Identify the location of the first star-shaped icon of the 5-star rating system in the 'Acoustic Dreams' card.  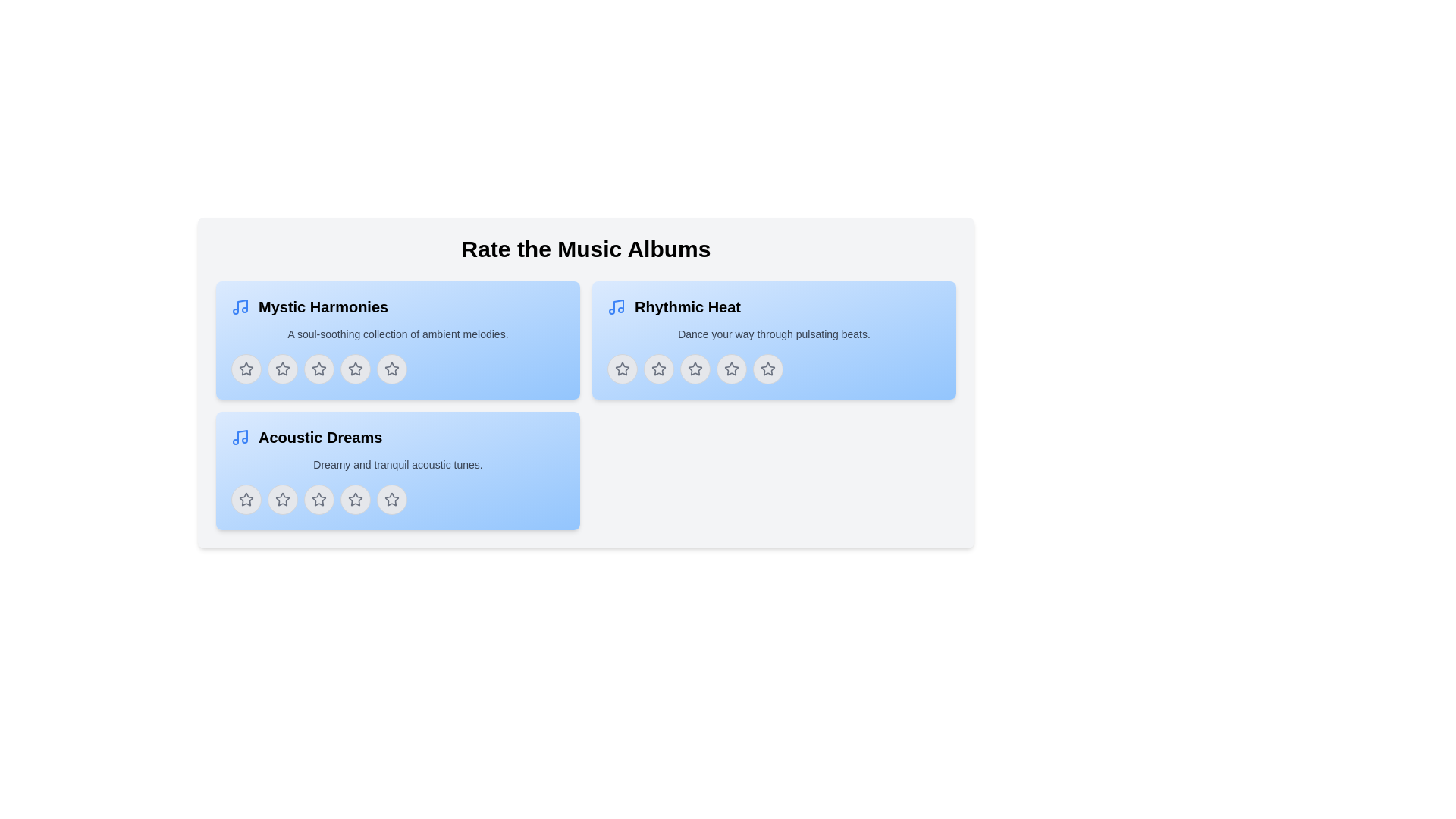
(246, 500).